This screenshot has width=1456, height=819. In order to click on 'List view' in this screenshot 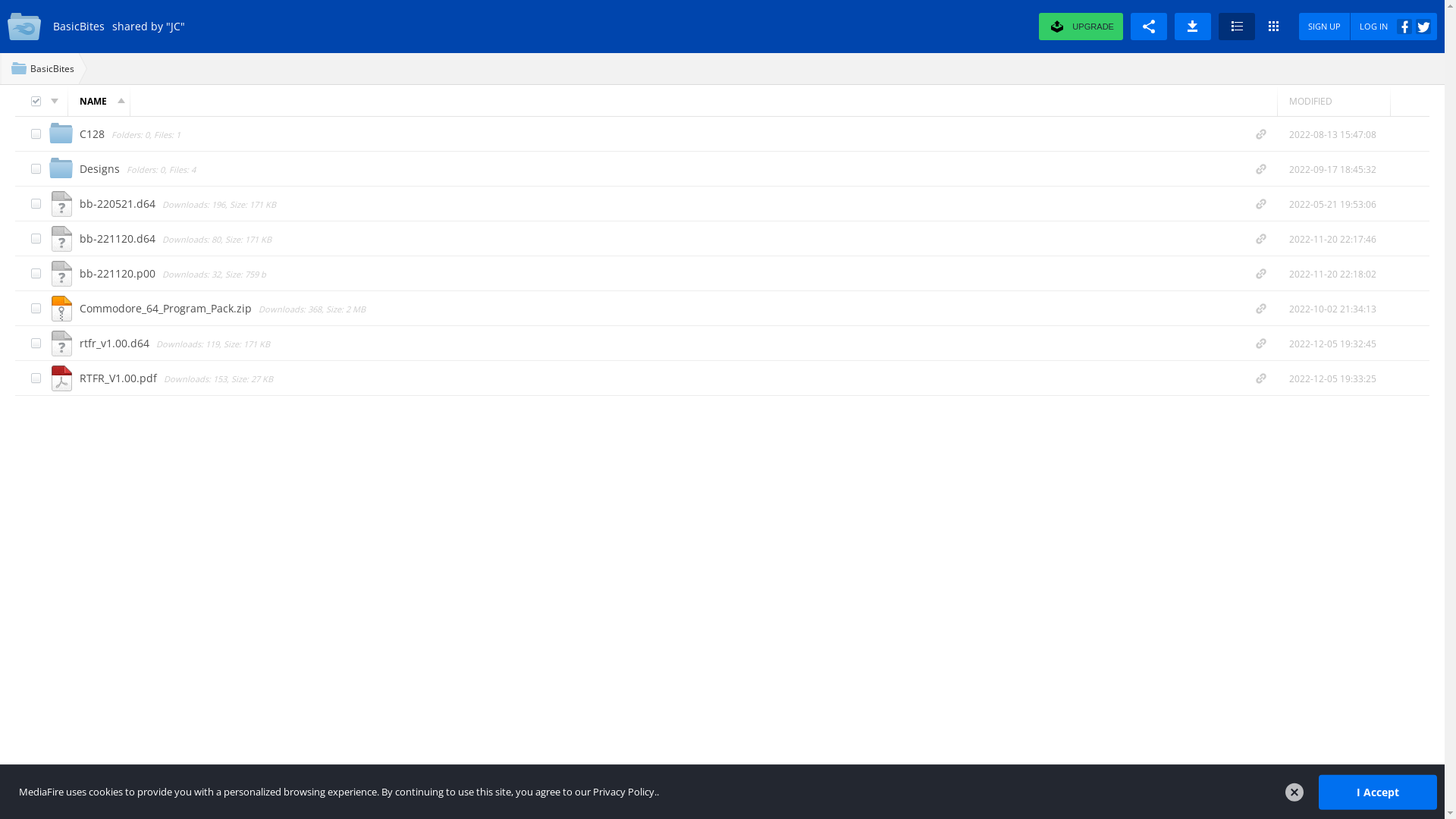, I will do `click(1237, 26)`.